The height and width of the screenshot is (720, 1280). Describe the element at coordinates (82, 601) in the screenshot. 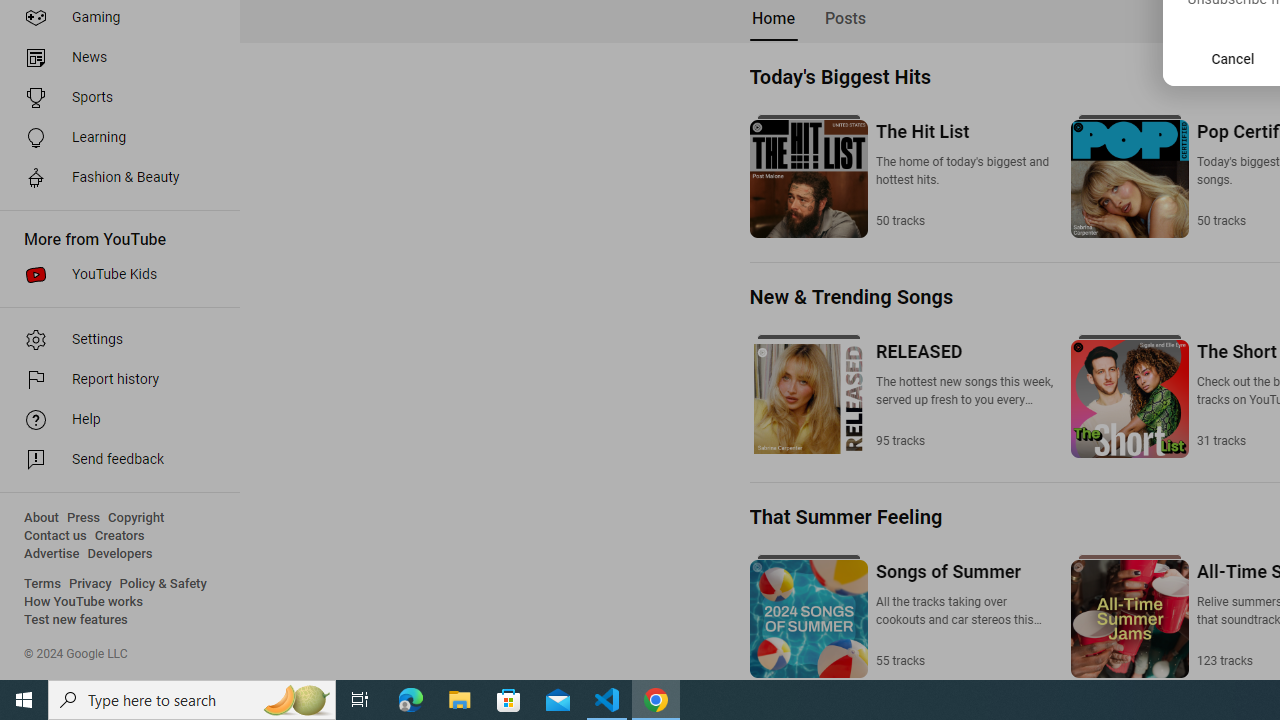

I see `'How YouTube works'` at that location.